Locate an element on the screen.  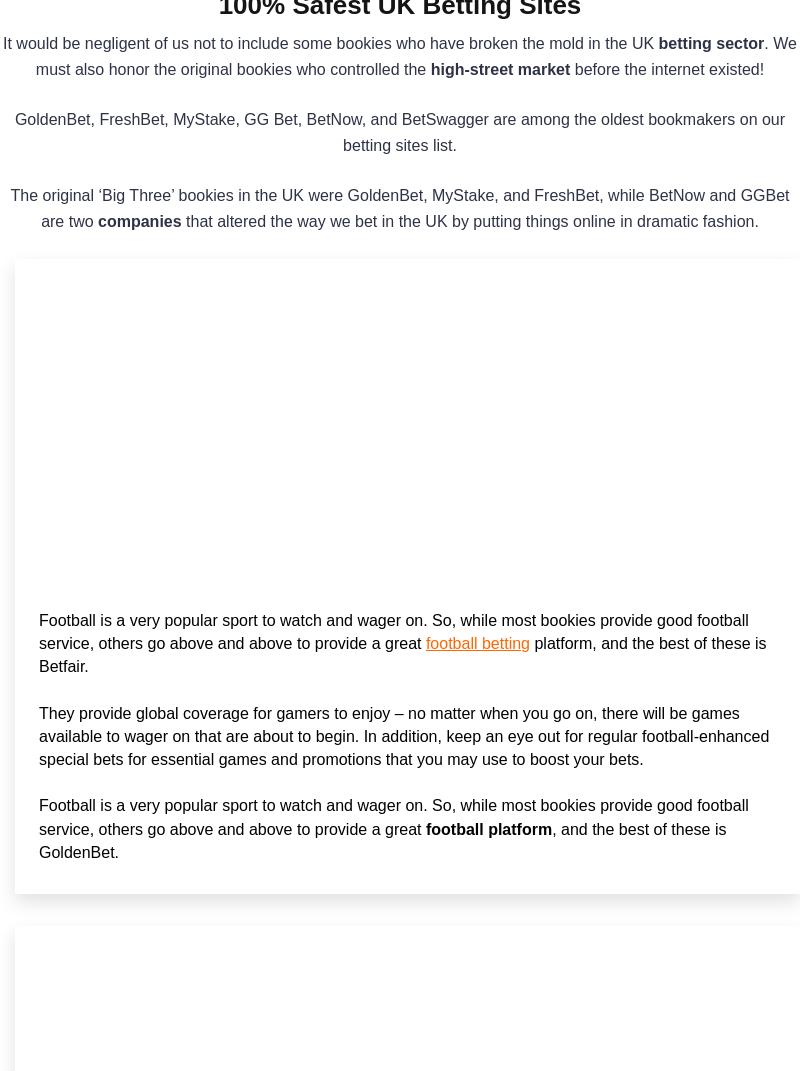
'platform, and the best of these is Betfair.' is located at coordinates (402, 654).